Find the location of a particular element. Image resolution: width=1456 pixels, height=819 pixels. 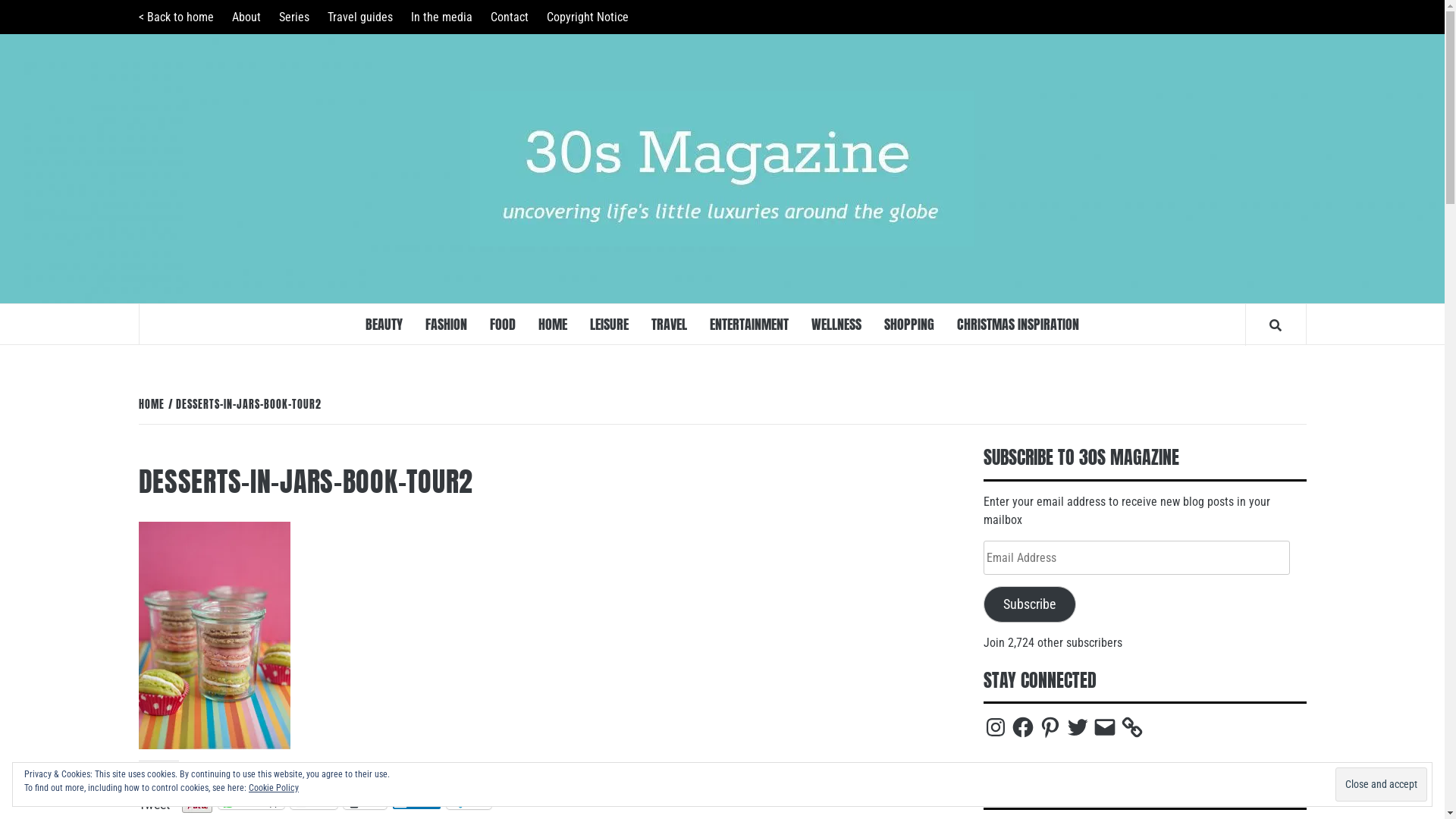

'Contact' is located at coordinates (481, 17).